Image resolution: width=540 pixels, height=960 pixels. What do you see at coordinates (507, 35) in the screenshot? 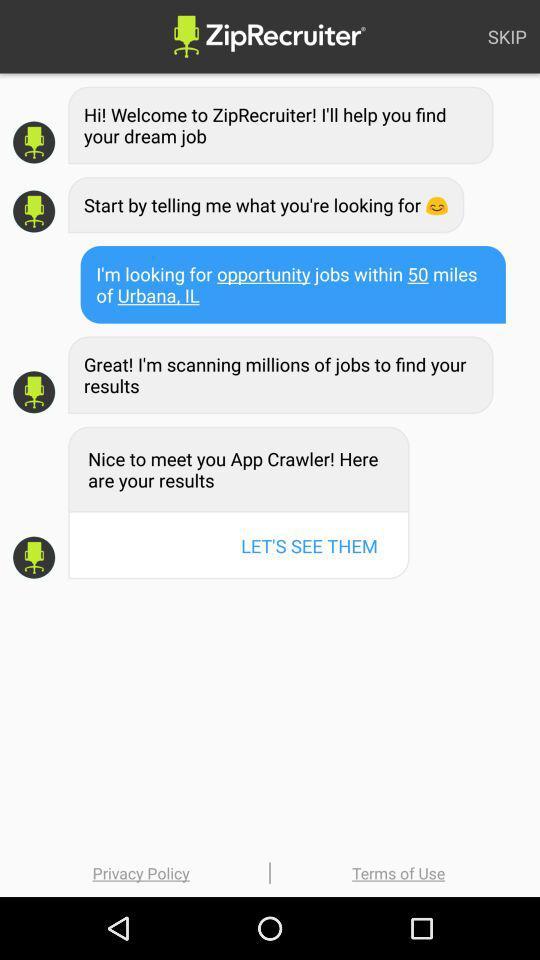
I see `skip at the top right corner` at bounding box center [507, 35].